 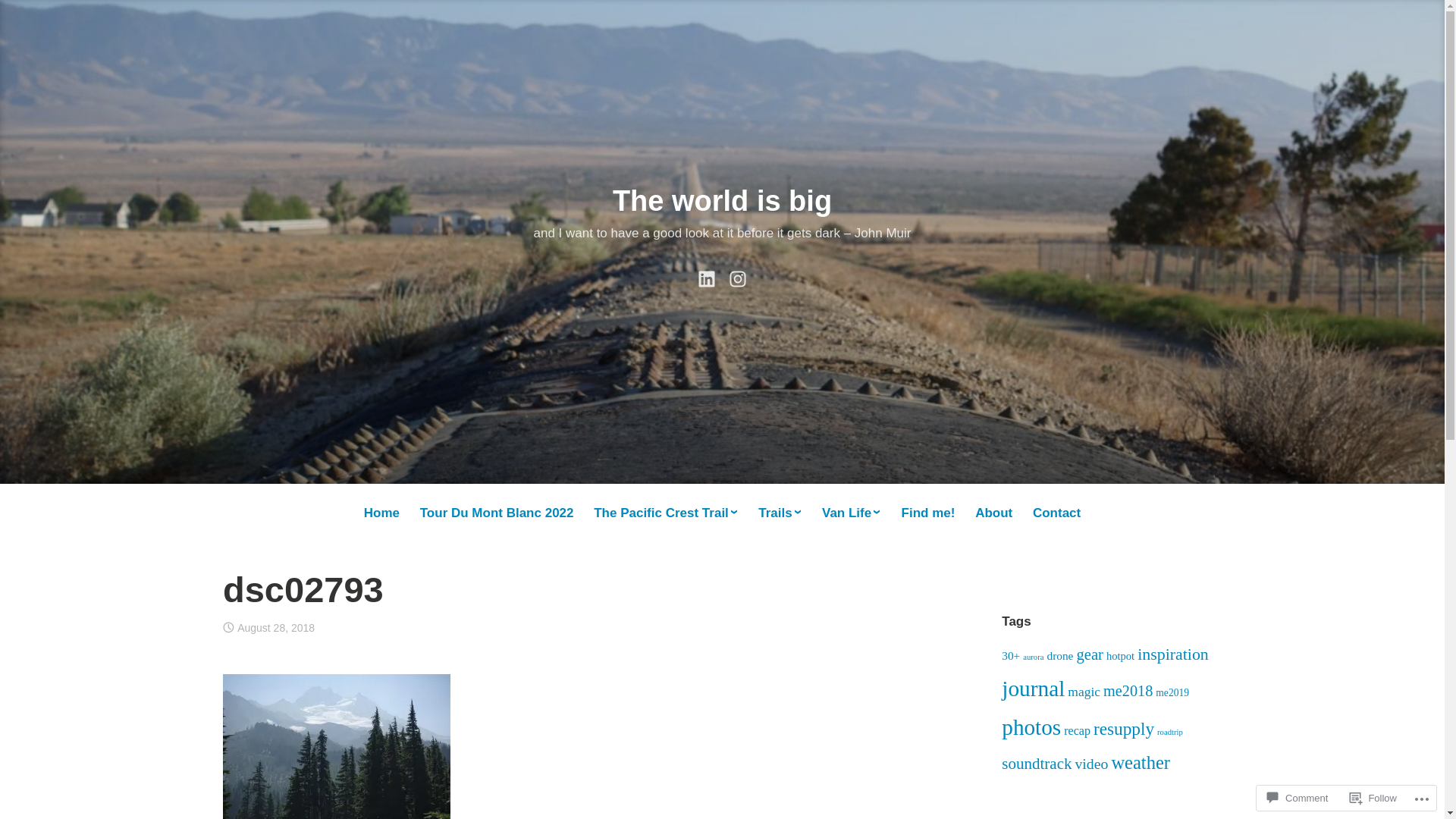 What do you see at coordinates (0, 17) in the screenshot?
I see `'Search'` at bounding box center [0, 17].